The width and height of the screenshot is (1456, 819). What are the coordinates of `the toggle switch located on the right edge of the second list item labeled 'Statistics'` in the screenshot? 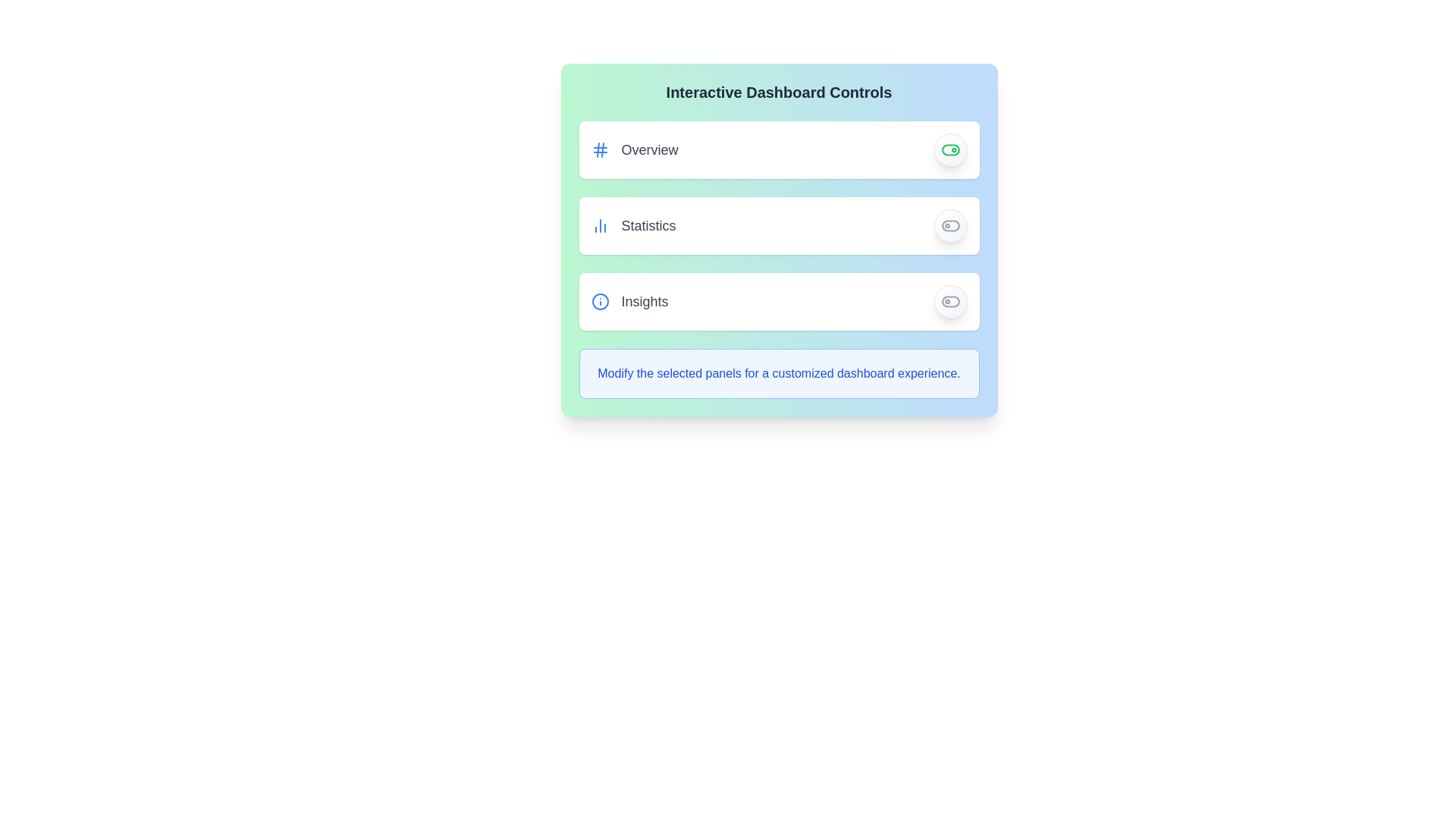 It's located at (949, 225).